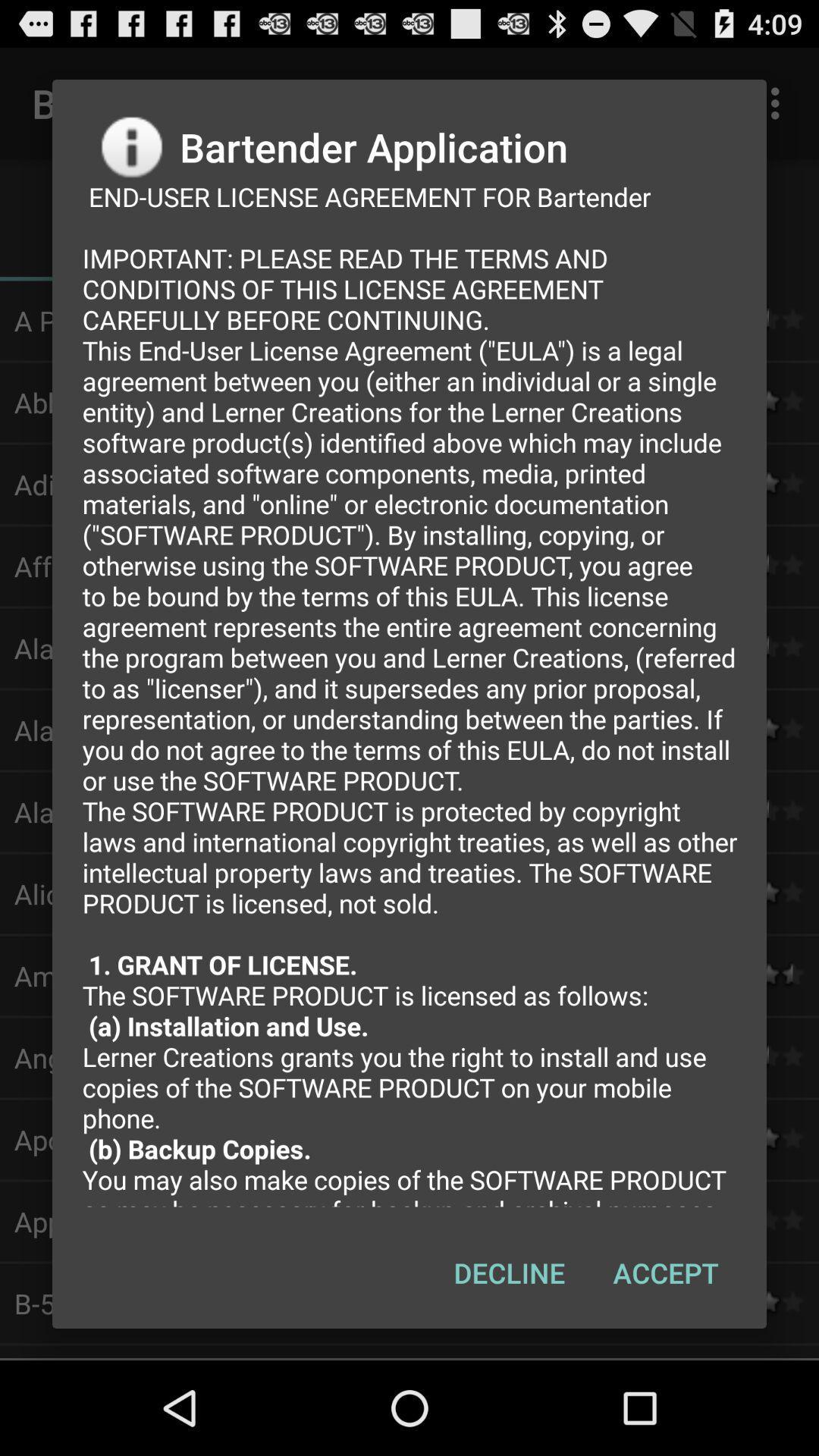 This screenshot has height=1456, width=819. I want to click on the button at the bottom, so click(509, 1272).